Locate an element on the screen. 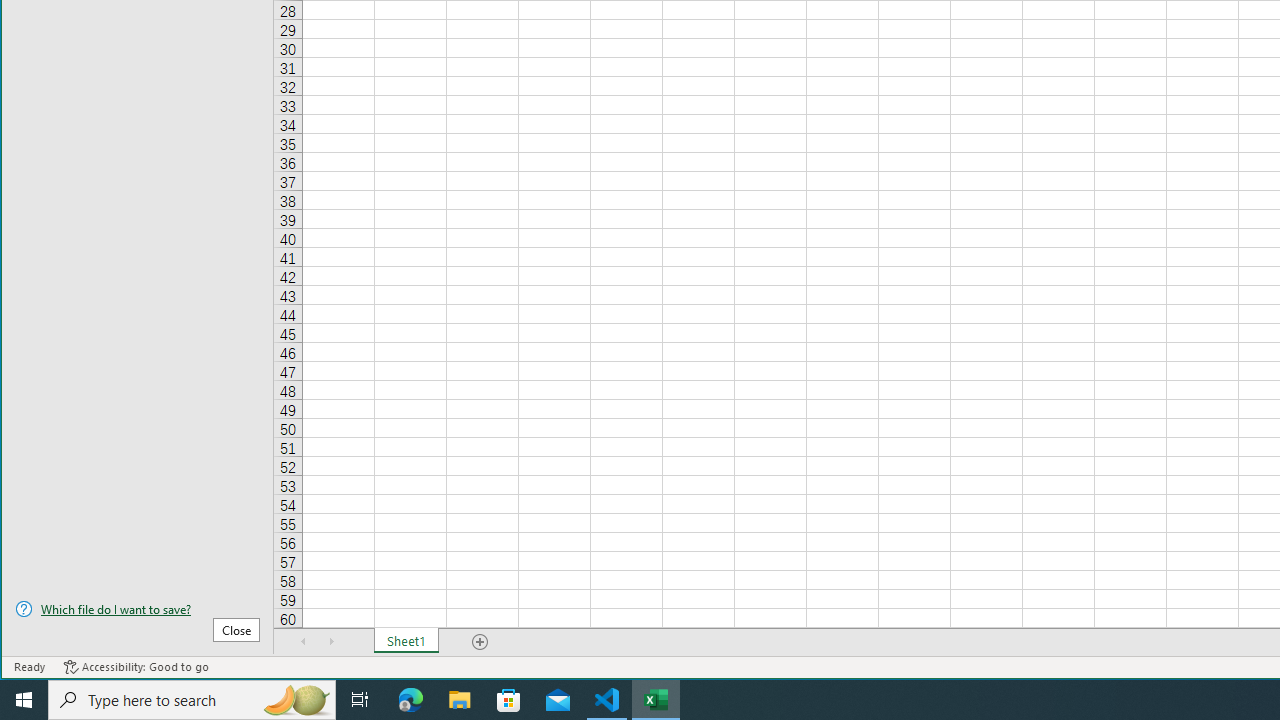 The height and width of the screenshot is (720, 1280). 'File Explorer' is located at coordinates (459, 698).